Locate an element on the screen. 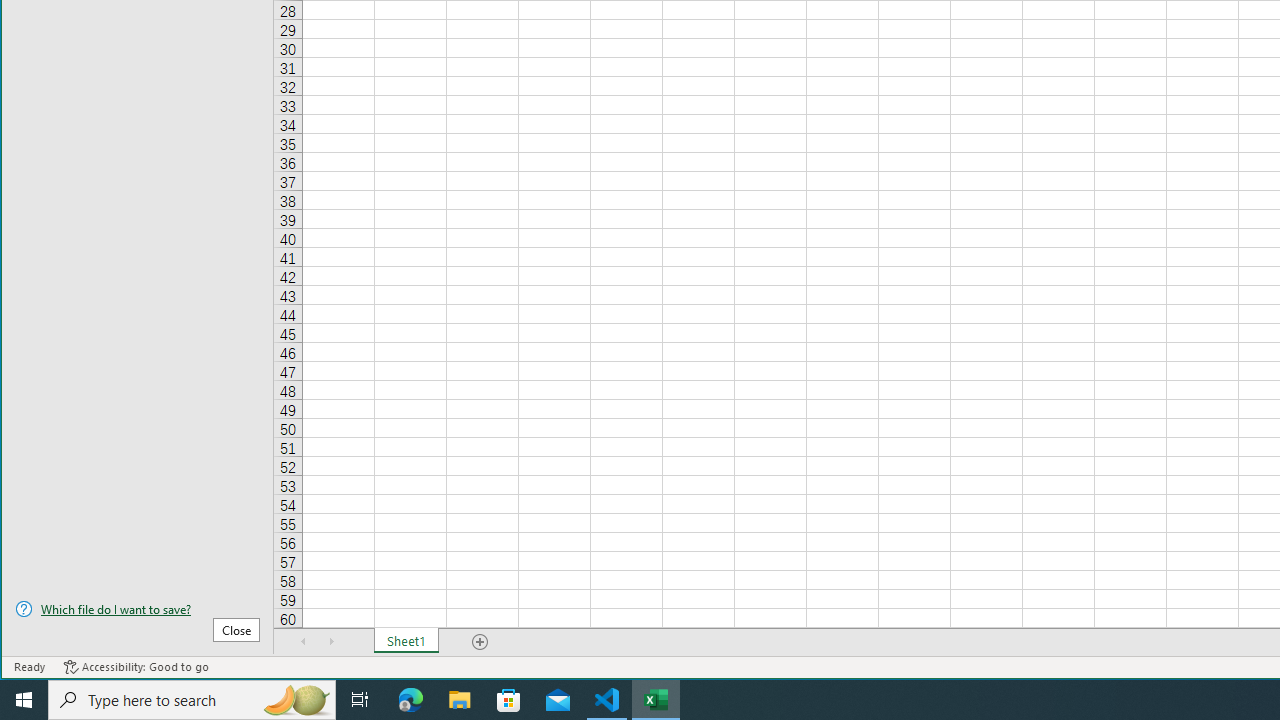 The height and width of the screenshot is (720, 1280). 'File Explorer' is located at coordinates (459, 698).